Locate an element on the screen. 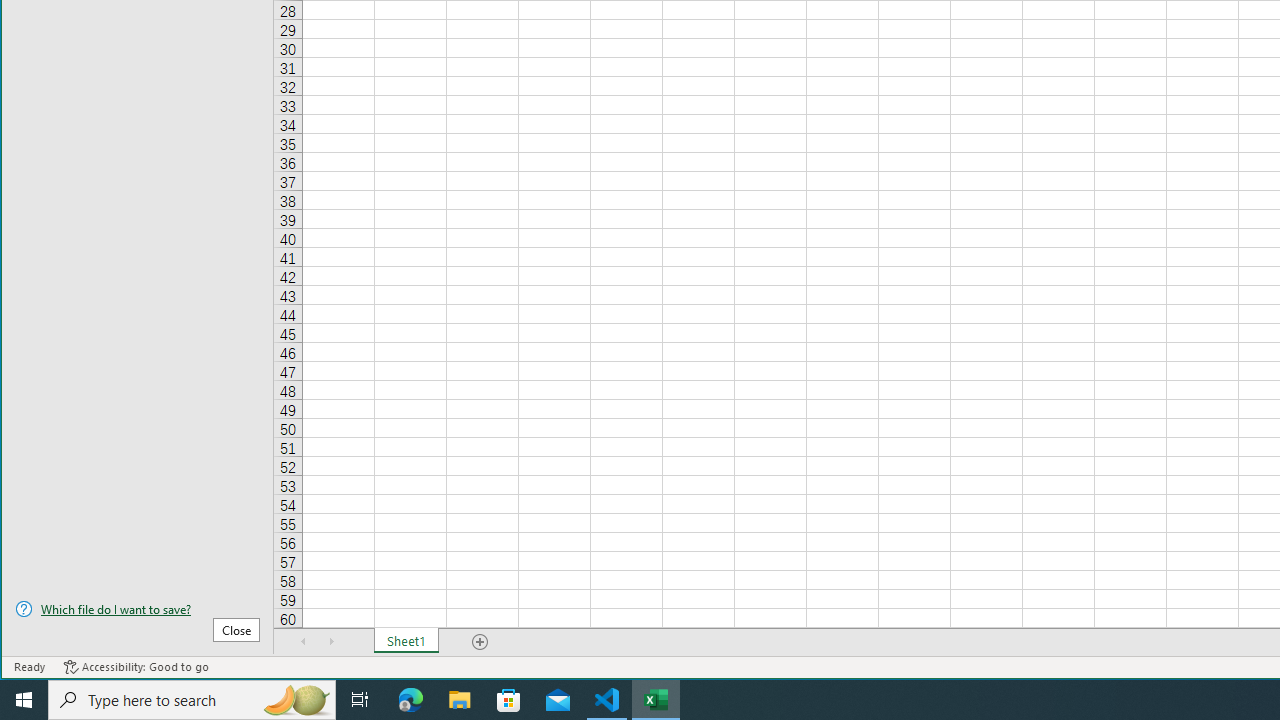 The height and width of the screenshot is (720, 1280). 'File Explorer' is located at coordinates (459, 698).